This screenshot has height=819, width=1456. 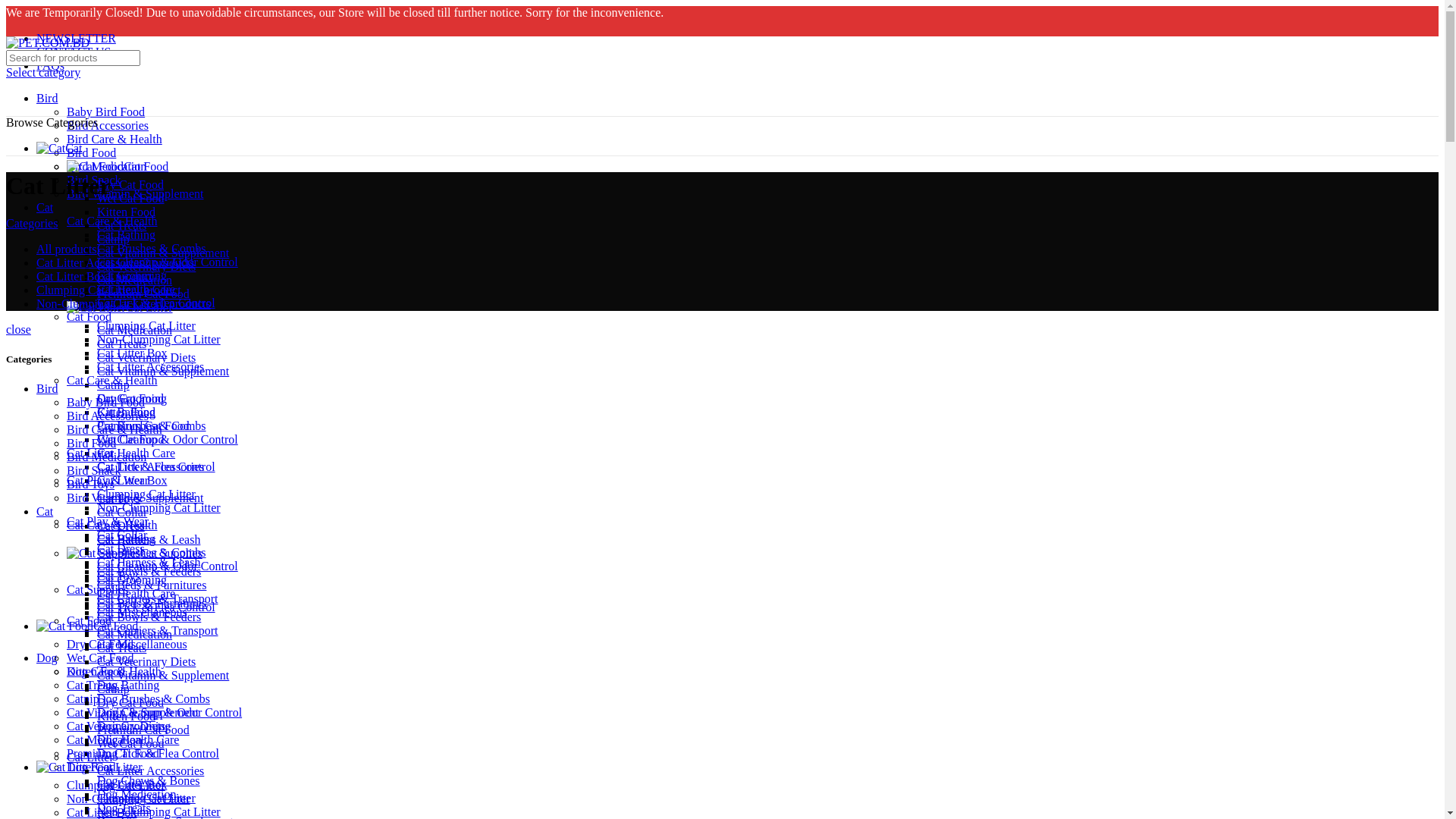 I want to click on 'Bird', so click(x=36, y=388).